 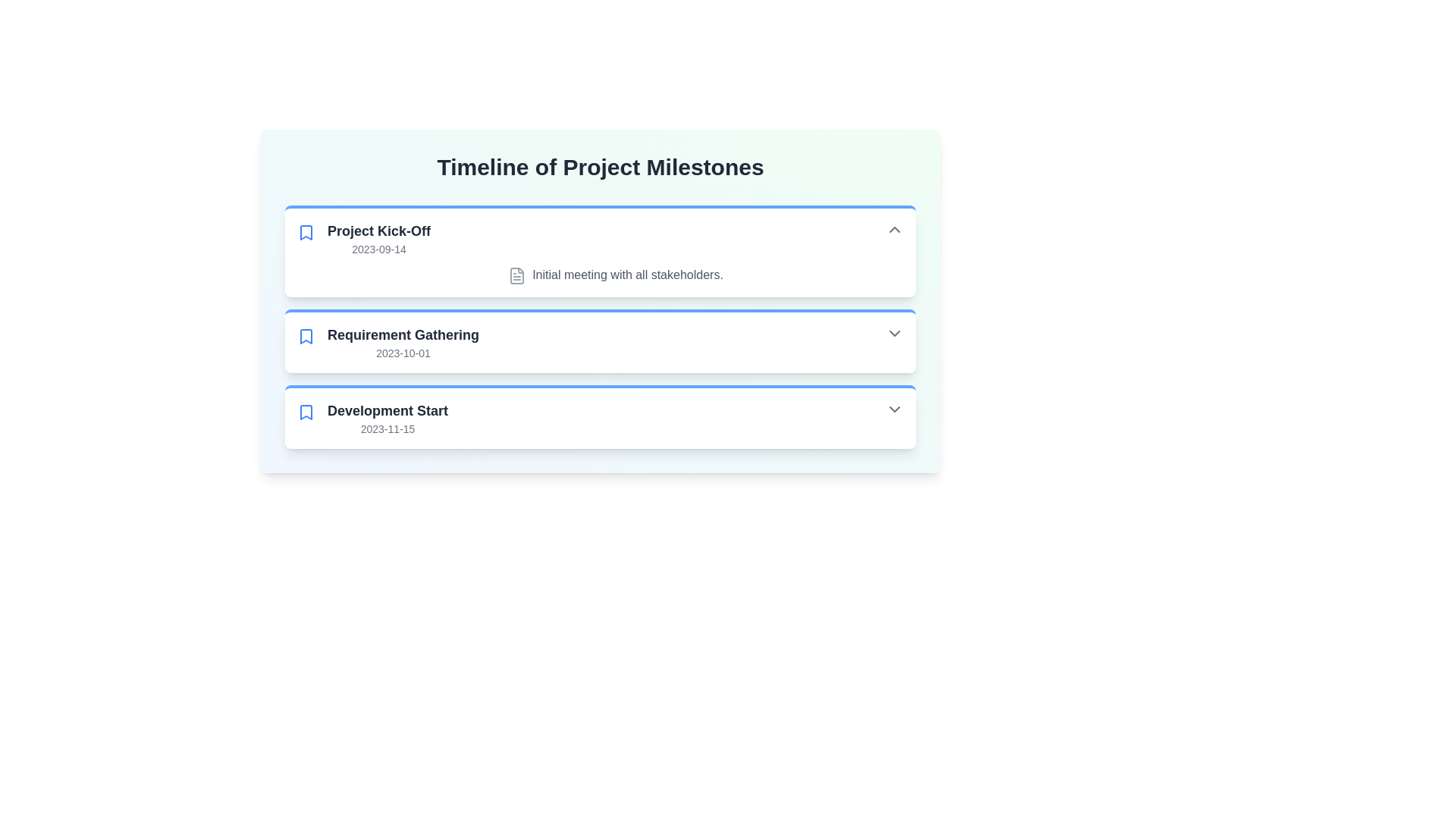 What do you see at coordinates (615, 342) in the screenshot?
I see `displayed milestone information of the second entry in the vertical list of project milestones, which shows a project milestone with its corresponding title and date` at bounding box center [615, 342].